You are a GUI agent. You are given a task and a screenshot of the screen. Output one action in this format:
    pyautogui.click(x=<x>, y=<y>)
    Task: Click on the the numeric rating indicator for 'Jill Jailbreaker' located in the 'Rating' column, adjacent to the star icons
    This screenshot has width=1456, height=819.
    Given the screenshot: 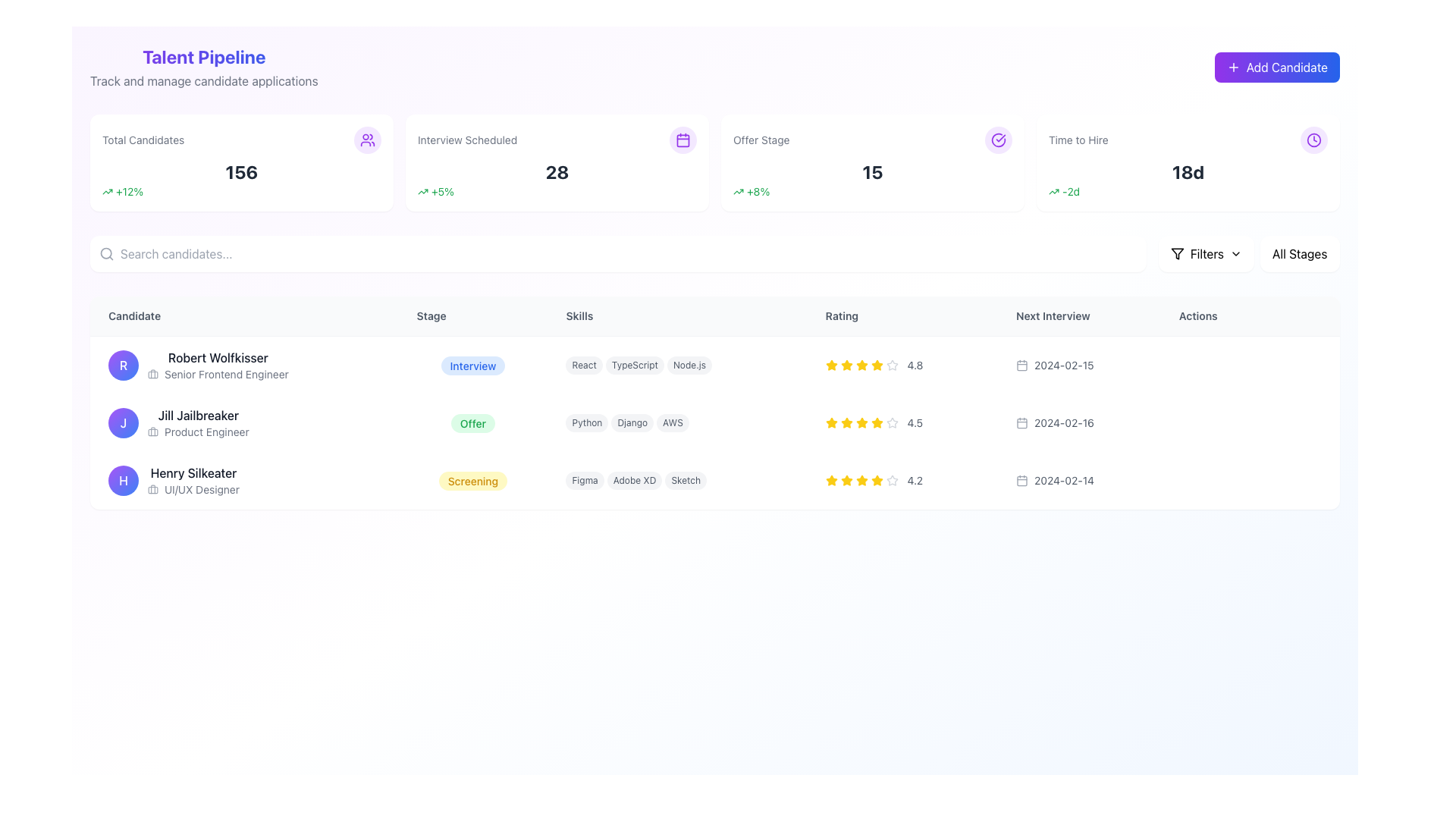 What is the action you would take?
    pyautogui.click(x=902, y=423)
    